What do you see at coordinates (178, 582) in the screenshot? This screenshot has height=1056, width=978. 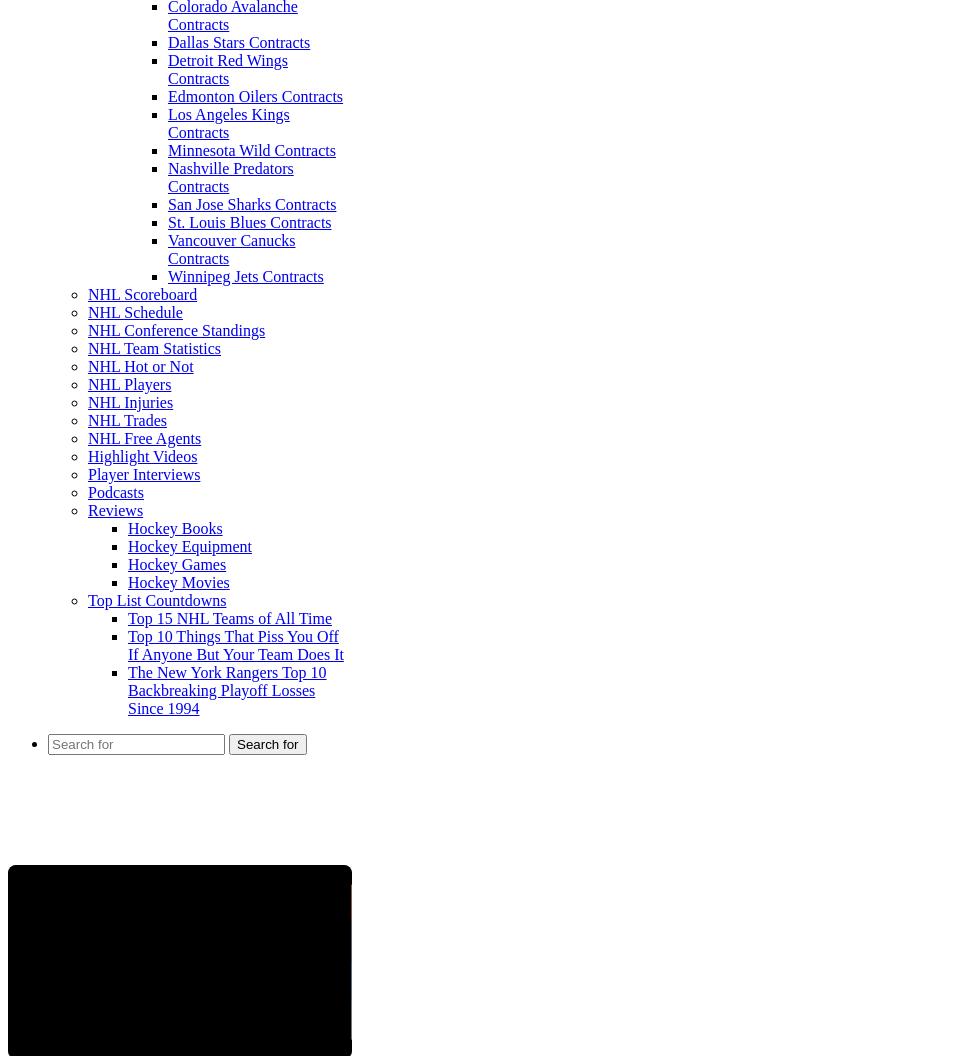 I see `'Hockey Movies'` at bounding box center [178, 582].